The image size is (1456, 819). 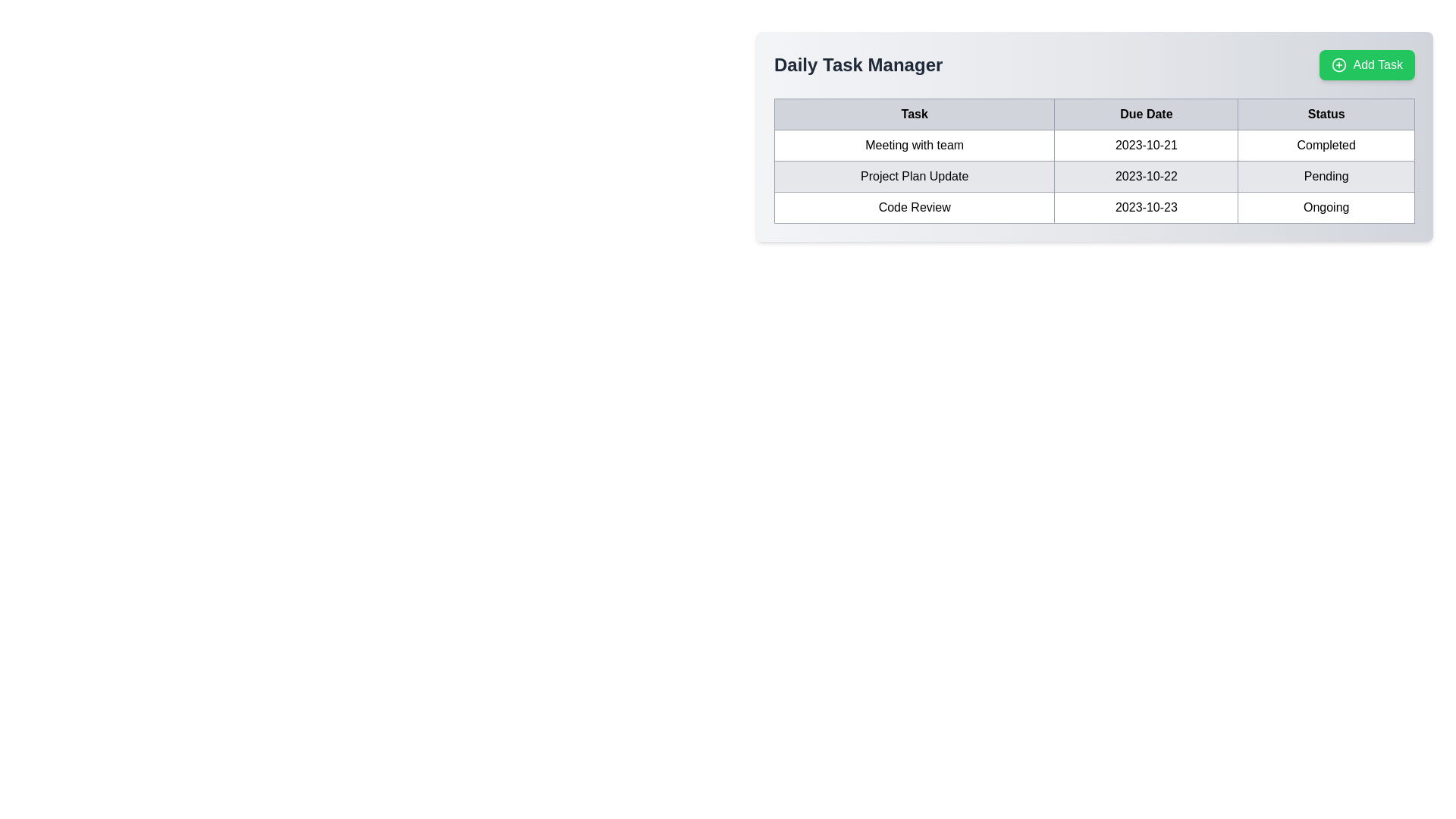 I want to click on the second row of the table displaying 'Project Plan Update', which is located between 'Meeting with team' and 'Code Review', so click(x=1094, y=175).